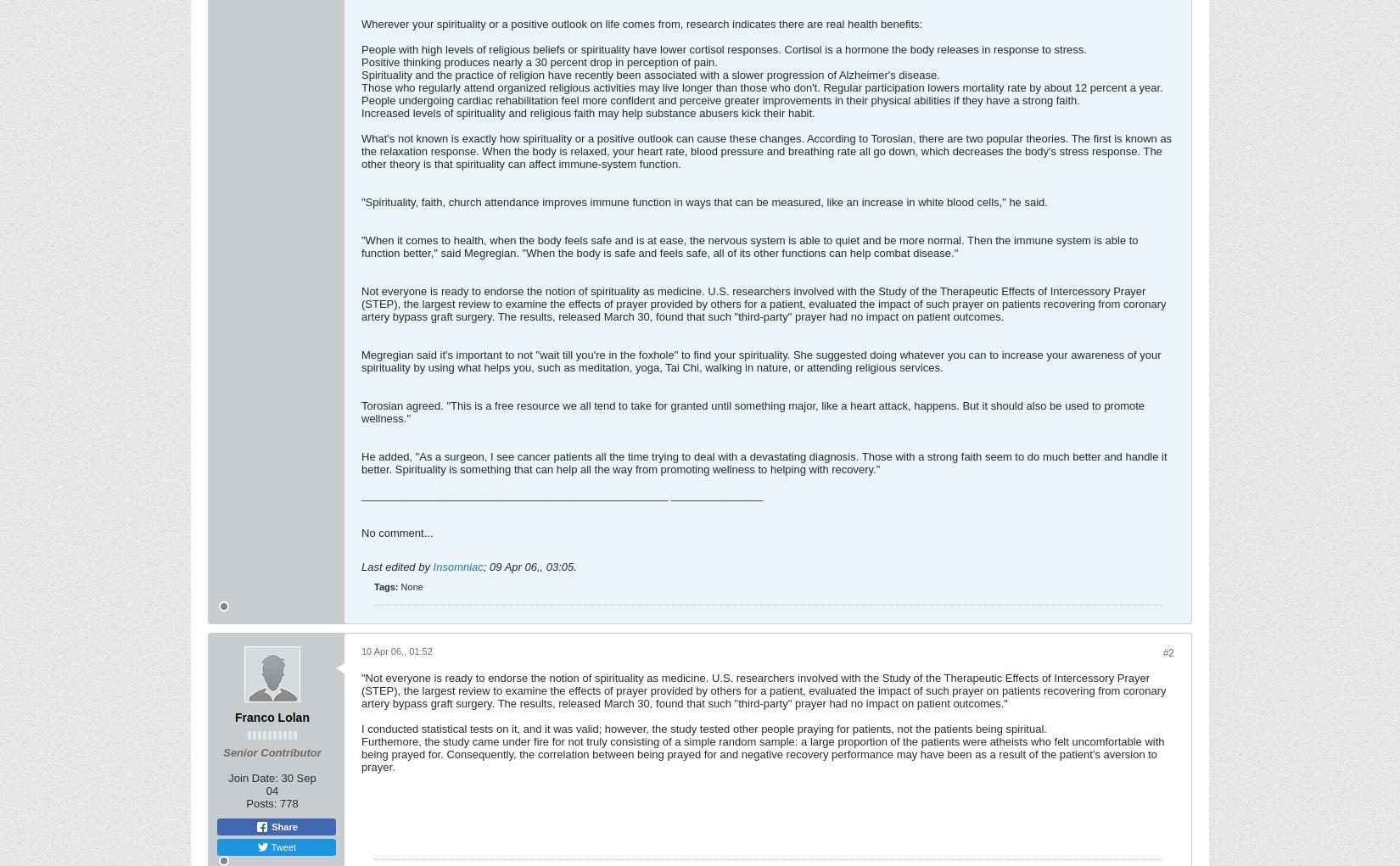 The height and width of the screenshot is (866, 1400). I want to click on '778', so click(288, 802).